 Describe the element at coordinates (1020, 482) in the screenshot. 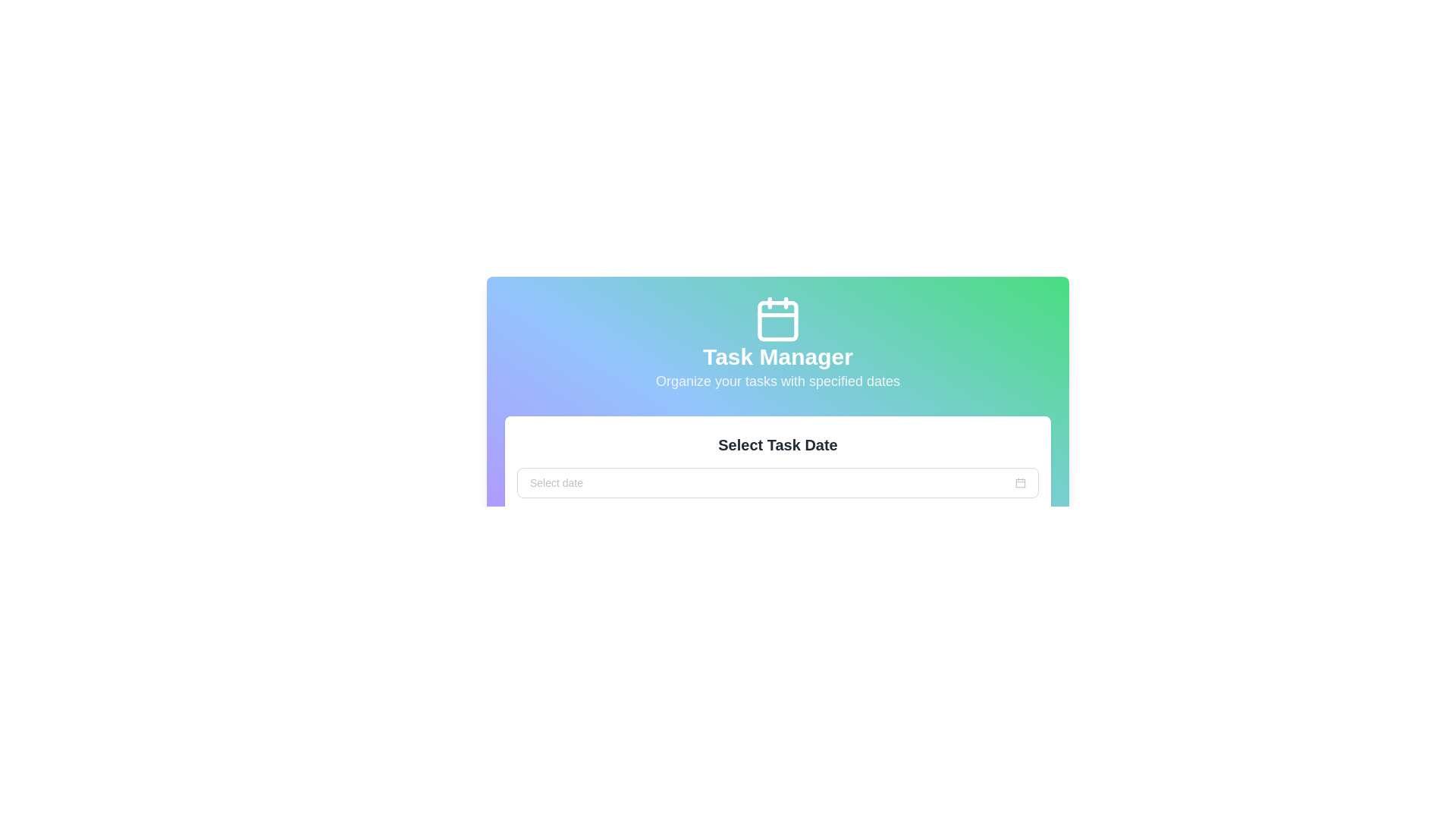

I see `the calendar icon, which is a box-like shape with two small square protrusions on top, located to the right of the 'Select date' text input field within the 'Select Task Date' panel` at that location.